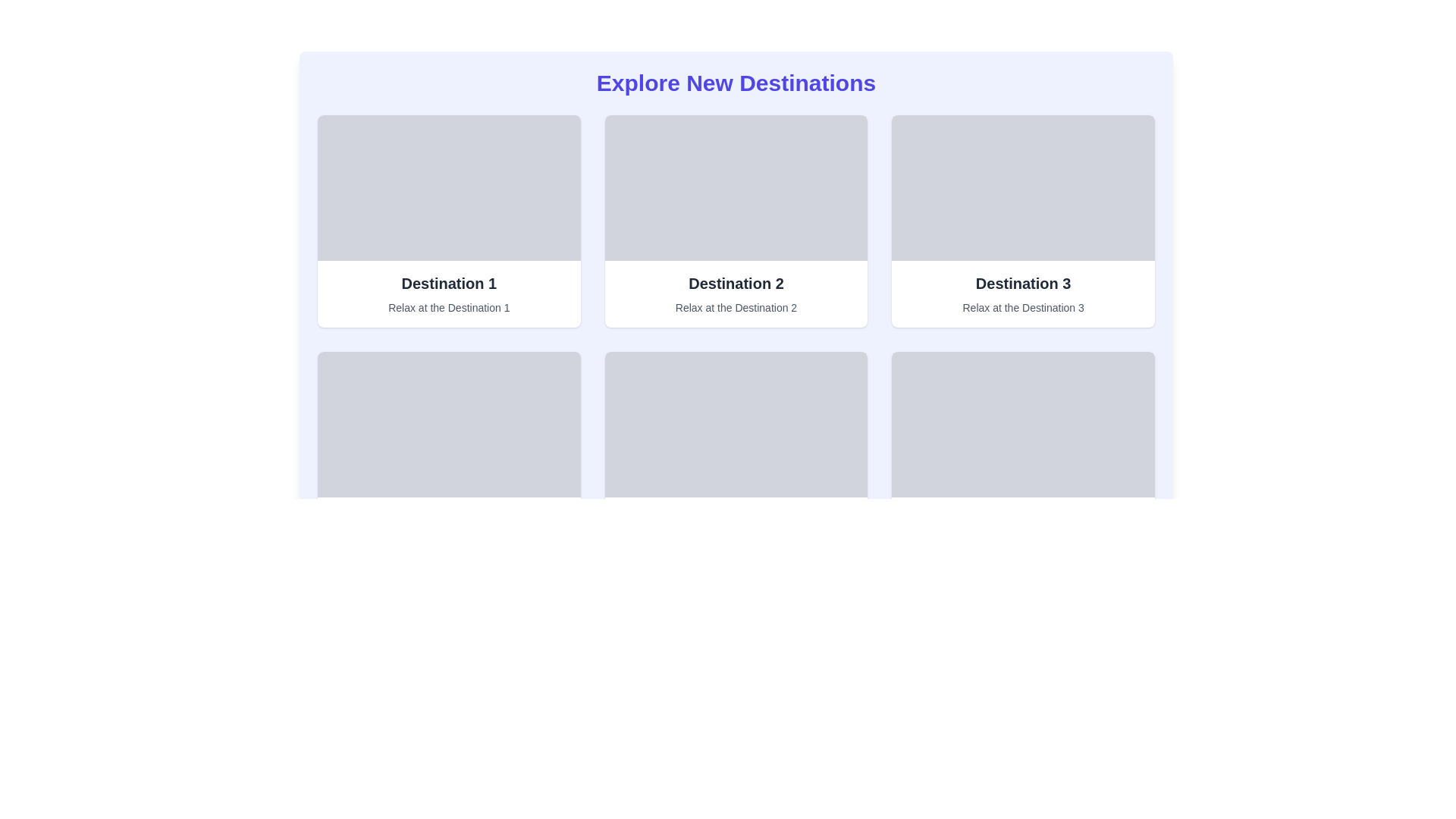  Describe the element at coordinates (736, 424) in the screenshot. I see `the decorative panel placeholder located in the card displaying 'Destination 5', positioned in the second row and first column of the grid` at that location.